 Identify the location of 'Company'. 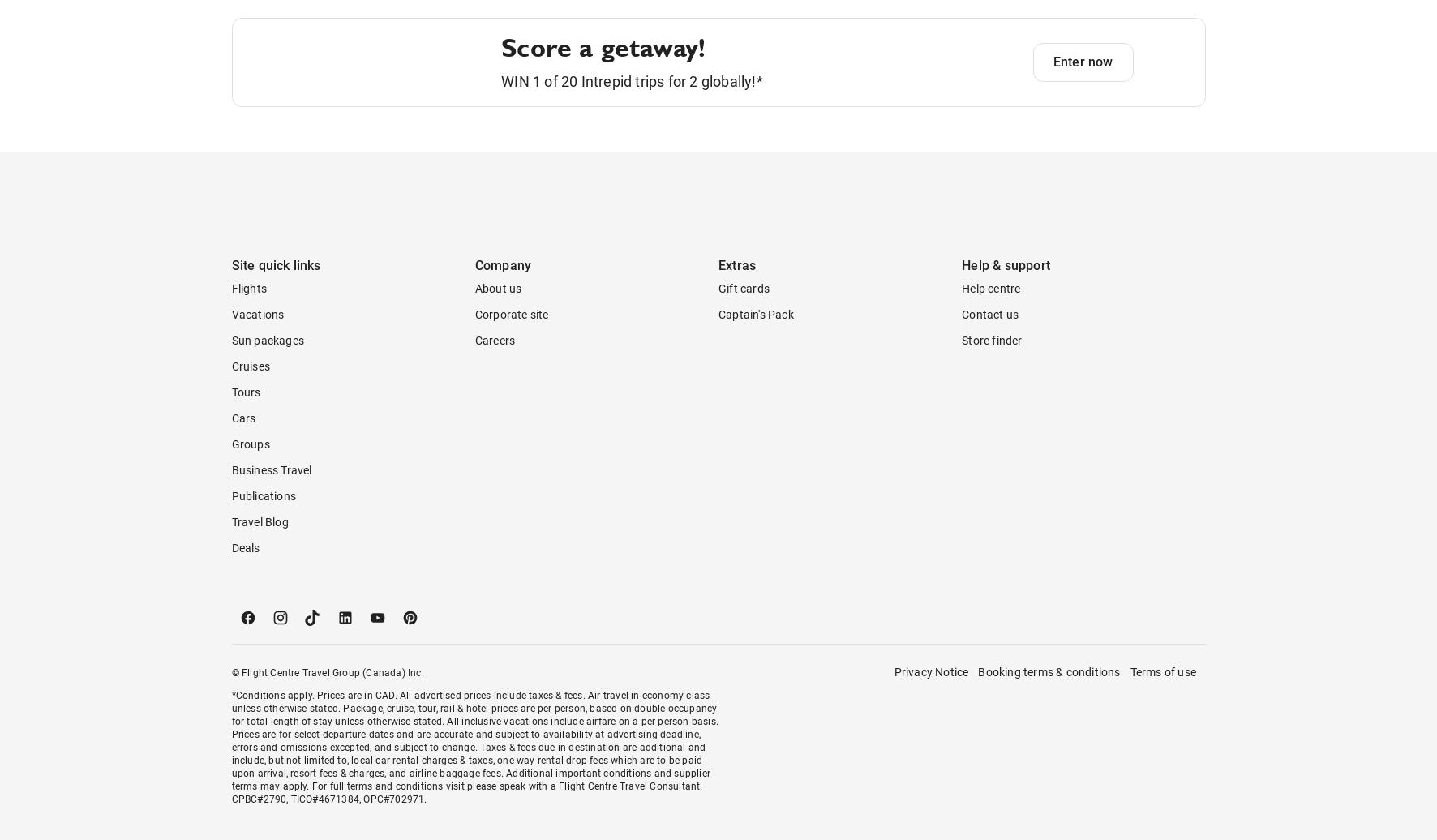
(503, 330).